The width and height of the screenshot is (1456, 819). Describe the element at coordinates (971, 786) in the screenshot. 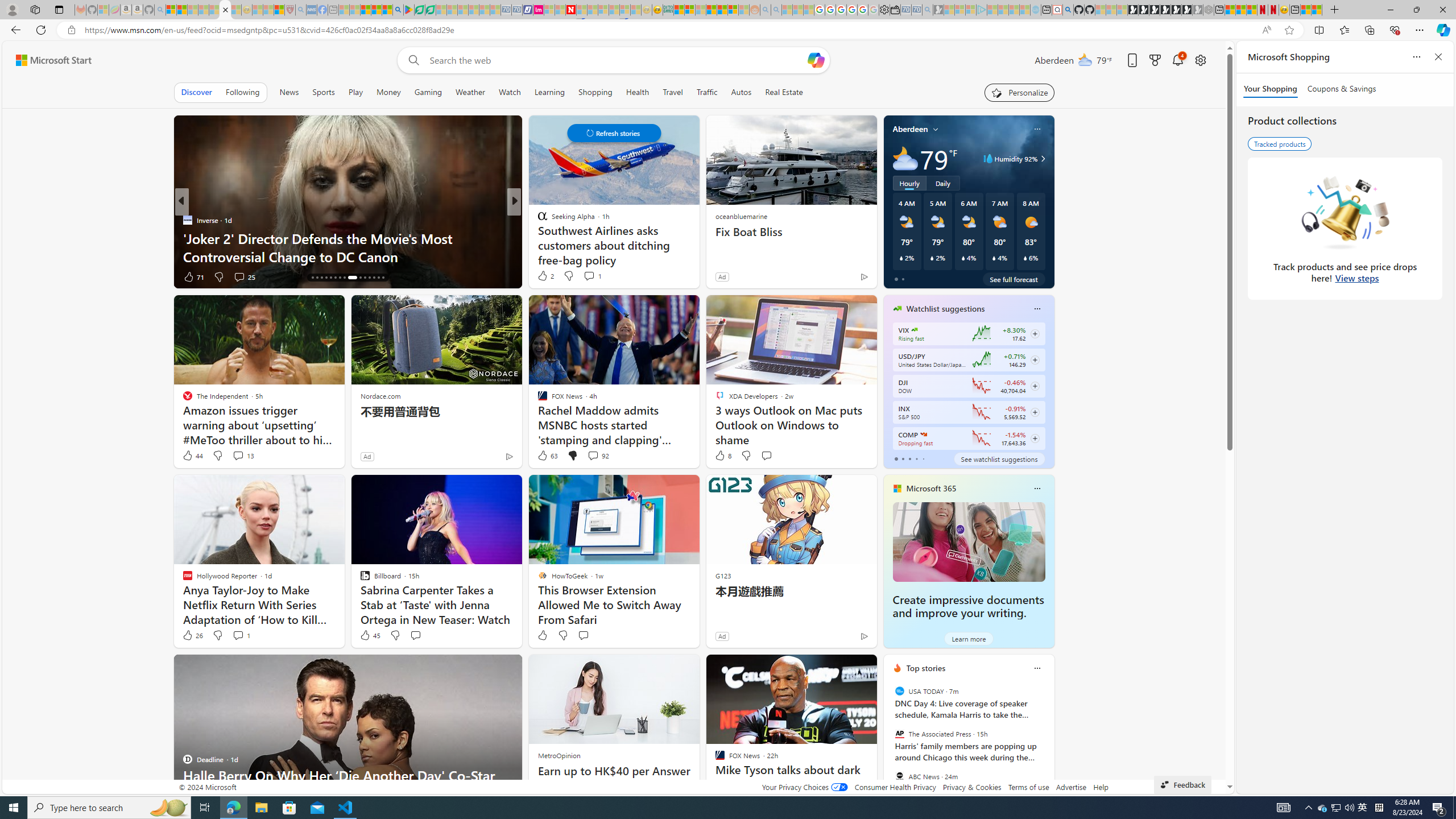

I see `'Privacy & Cookies'` at that location.